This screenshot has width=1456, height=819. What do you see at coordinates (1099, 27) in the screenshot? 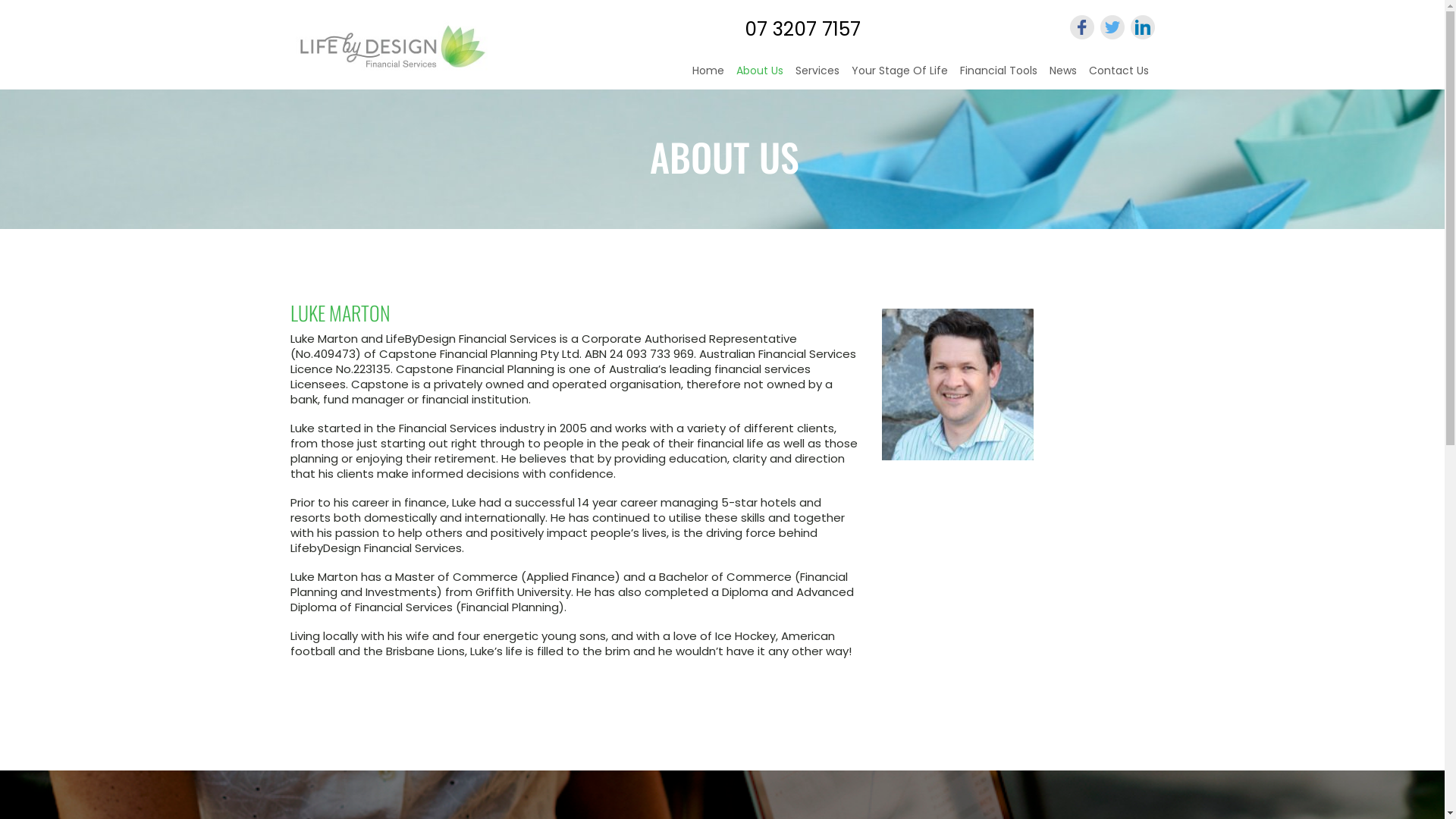
I see `'Visit us on Twitter'` at bounding box center [1099, 27].